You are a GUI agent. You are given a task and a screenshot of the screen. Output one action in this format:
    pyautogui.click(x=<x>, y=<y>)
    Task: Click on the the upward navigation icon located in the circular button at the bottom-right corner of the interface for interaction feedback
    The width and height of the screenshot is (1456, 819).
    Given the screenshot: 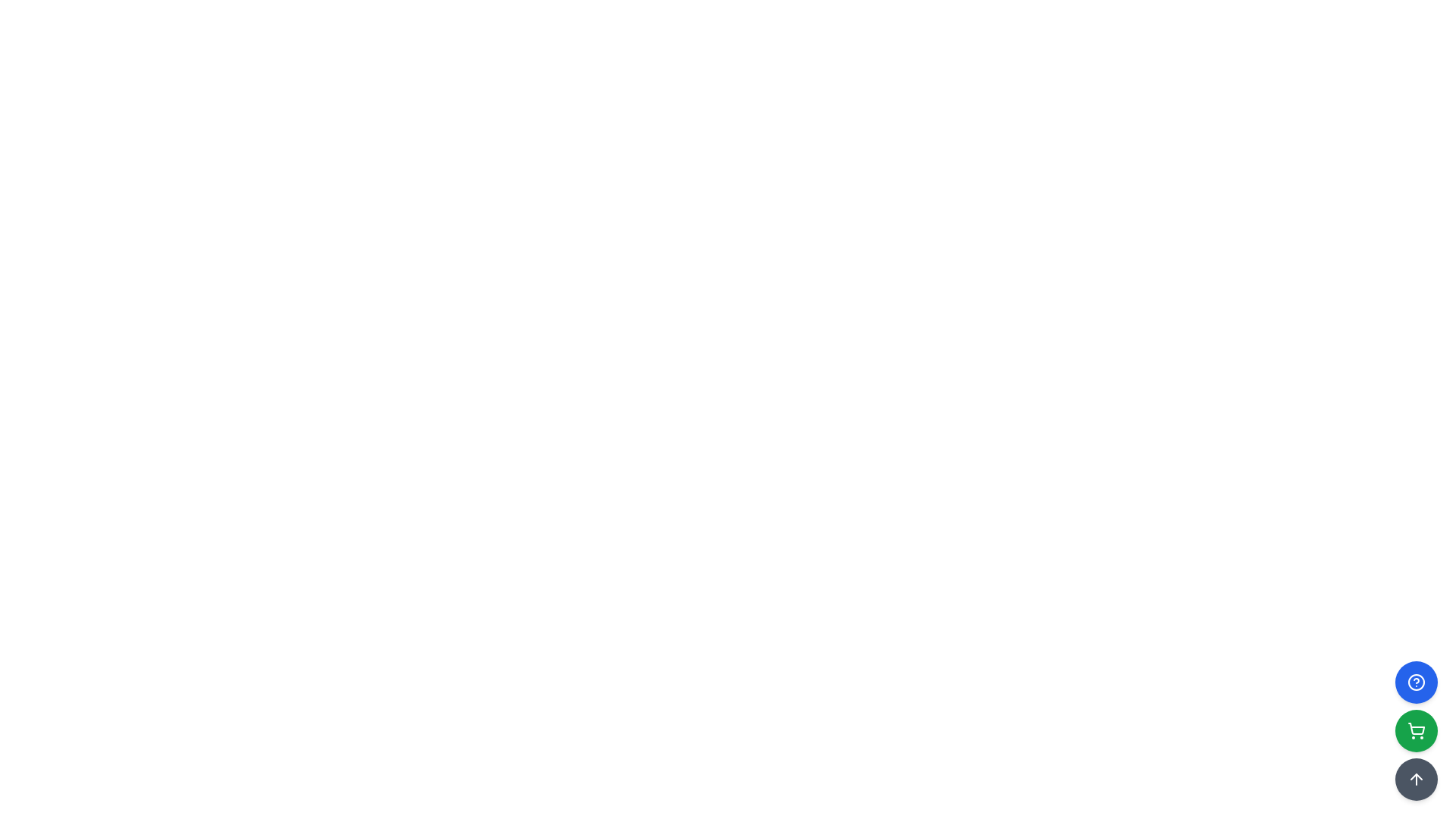 What is the action you would take?
    pyautogui.click(x=1415, y=780)
    